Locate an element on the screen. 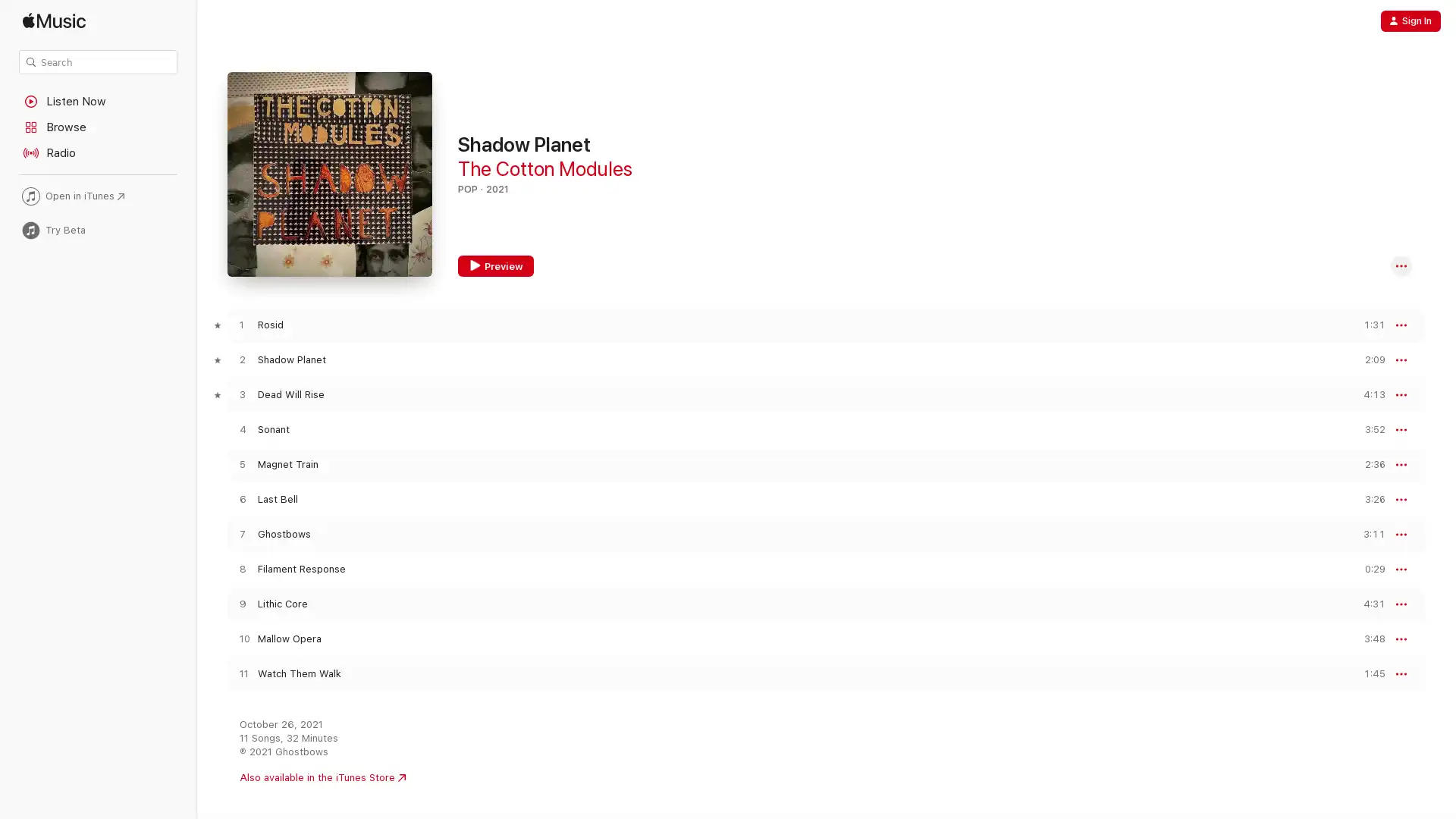  Preview is located at coordinates (1368, 533).